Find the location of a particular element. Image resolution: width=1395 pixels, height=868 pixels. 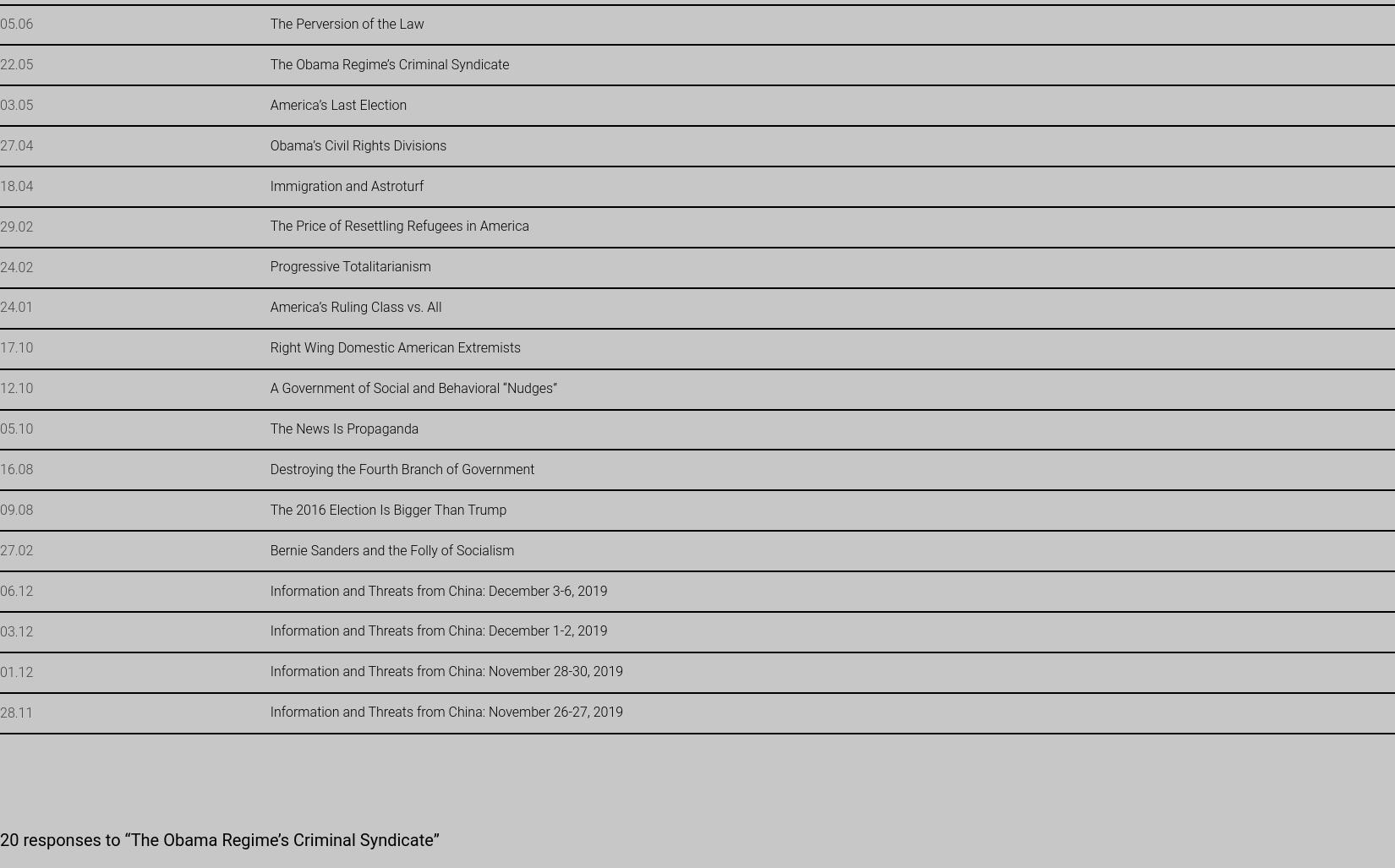

'Information and Threats from China: December 1-2, 2019' is located at coordinates (437, 630).